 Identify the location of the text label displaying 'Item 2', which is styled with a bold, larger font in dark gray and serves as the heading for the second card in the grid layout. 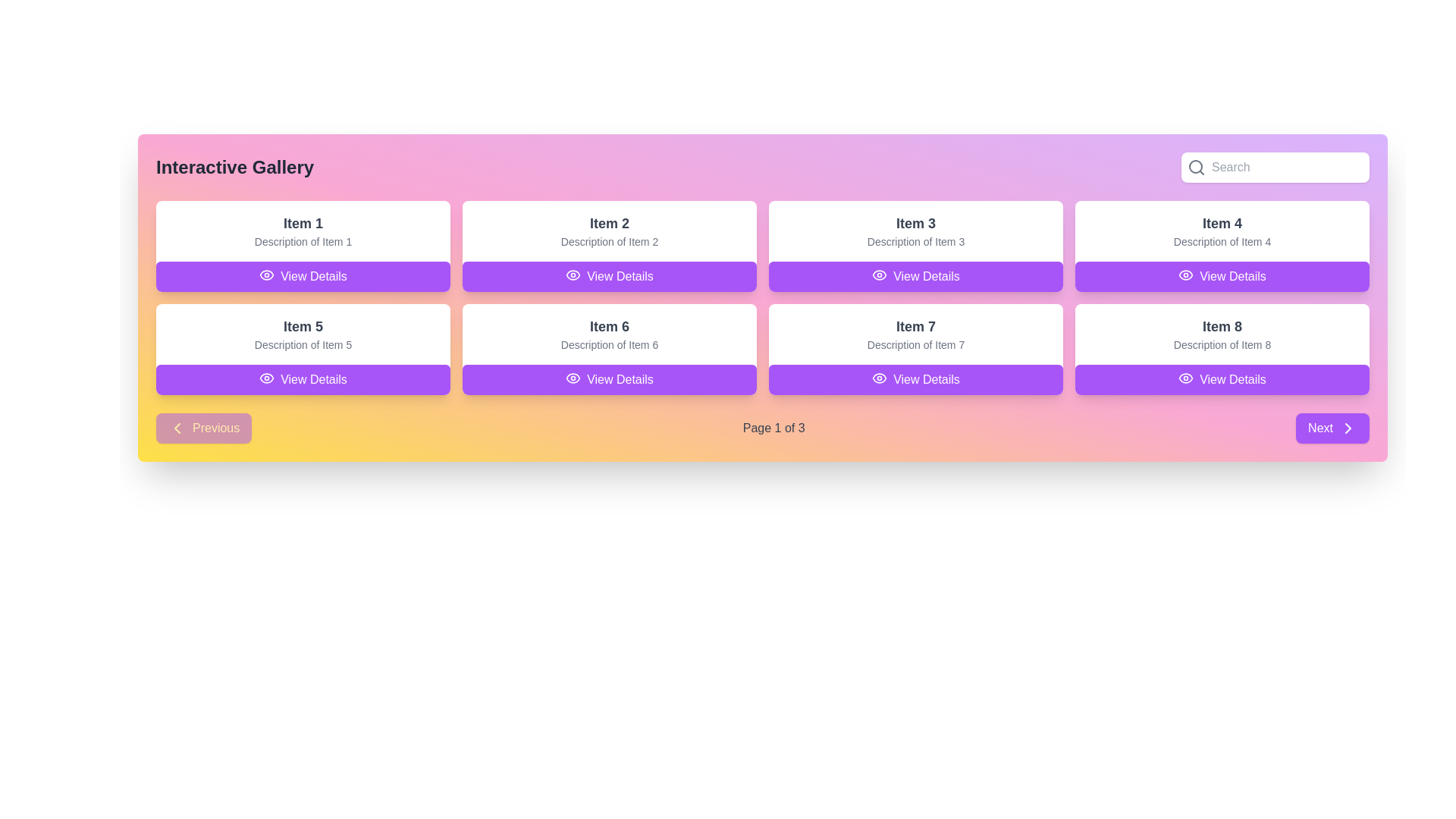
(610, 223).